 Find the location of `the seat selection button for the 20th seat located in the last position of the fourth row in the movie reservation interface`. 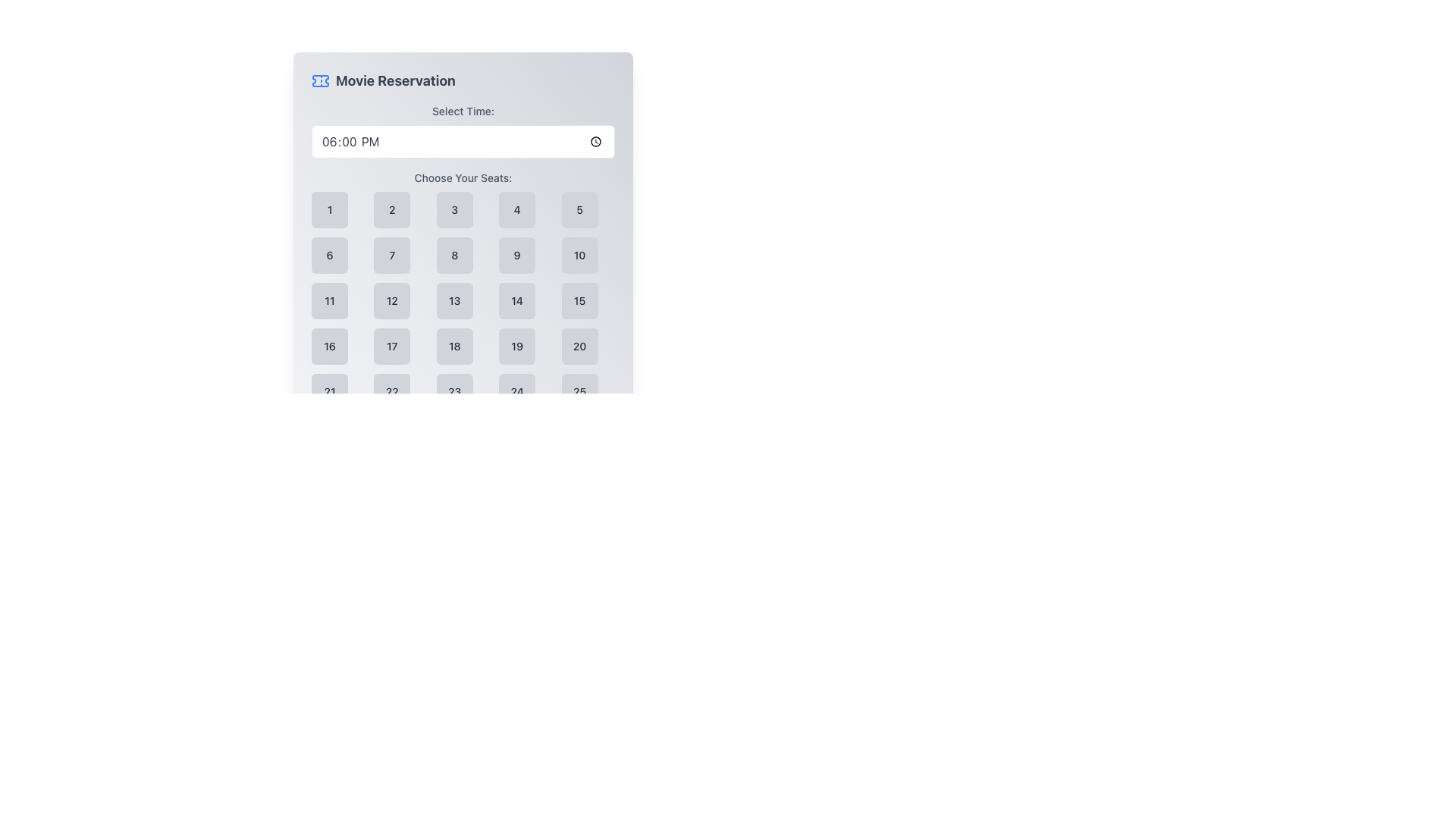

the seat selection button for the 20th seat located in the last position of the fourth row in the movie reservation interface is located at coordinates (579, 346).